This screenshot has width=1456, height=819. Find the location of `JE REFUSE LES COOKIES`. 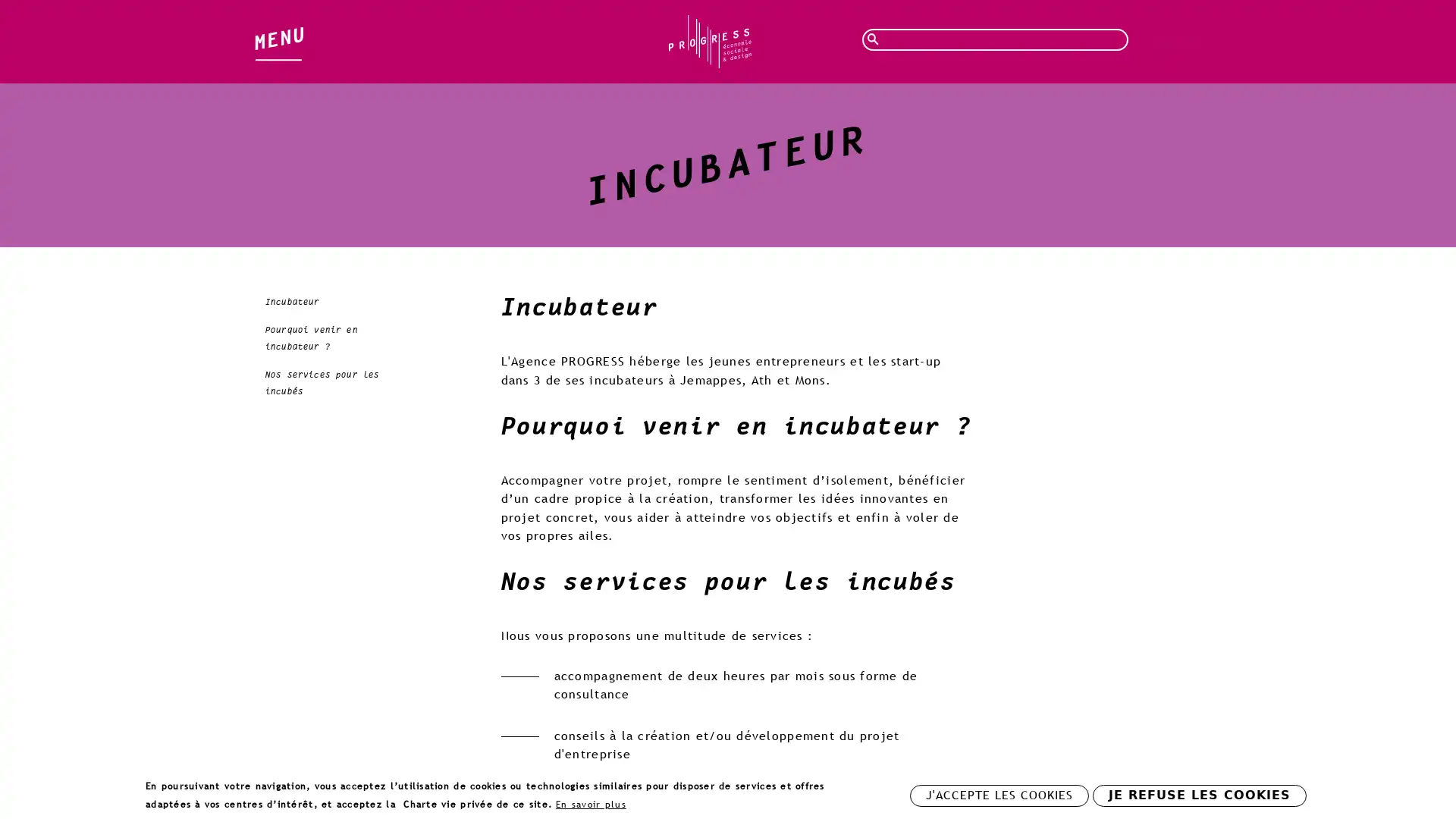

JE REFUSE LES COOKIES is located at coordinates (1199, 795).